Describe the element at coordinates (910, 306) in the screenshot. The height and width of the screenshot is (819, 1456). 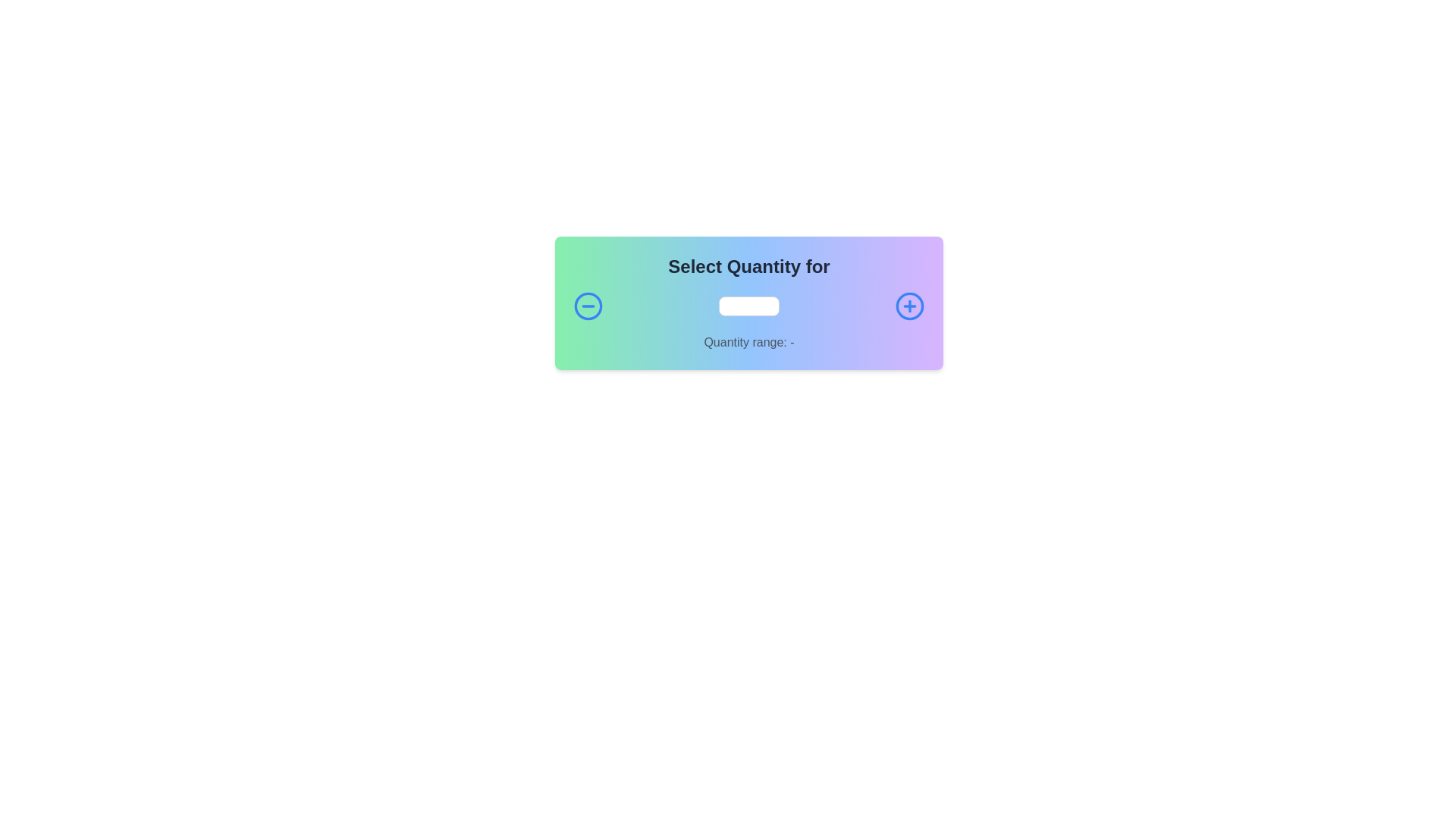
I see `the circular increment button with a blue '+' symbol located to the right of the decrement button to increment the counter value` at that location.